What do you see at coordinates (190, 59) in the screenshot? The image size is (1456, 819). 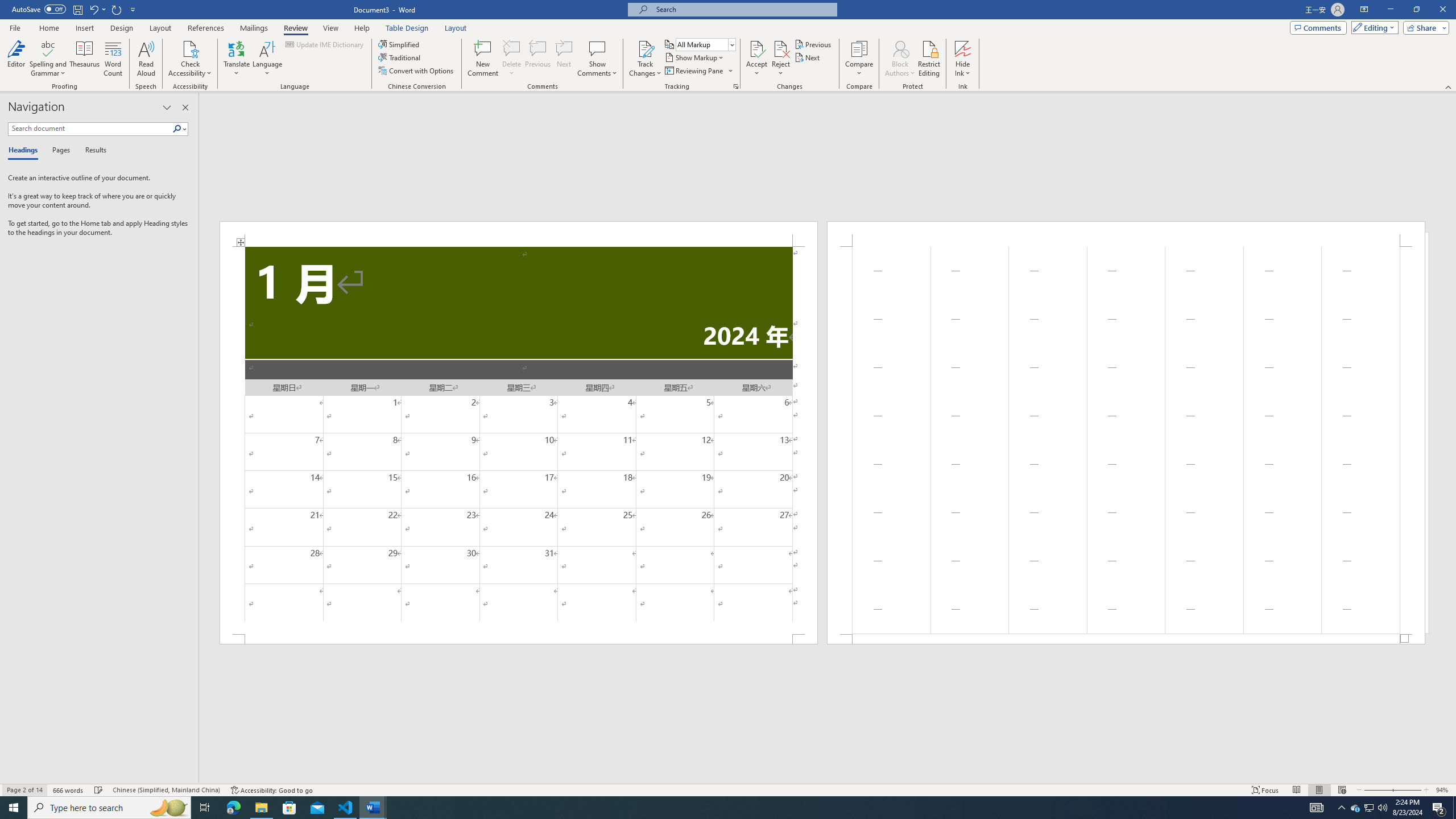 I see `'Check Accessibility'` at bounding box center [190, 59].